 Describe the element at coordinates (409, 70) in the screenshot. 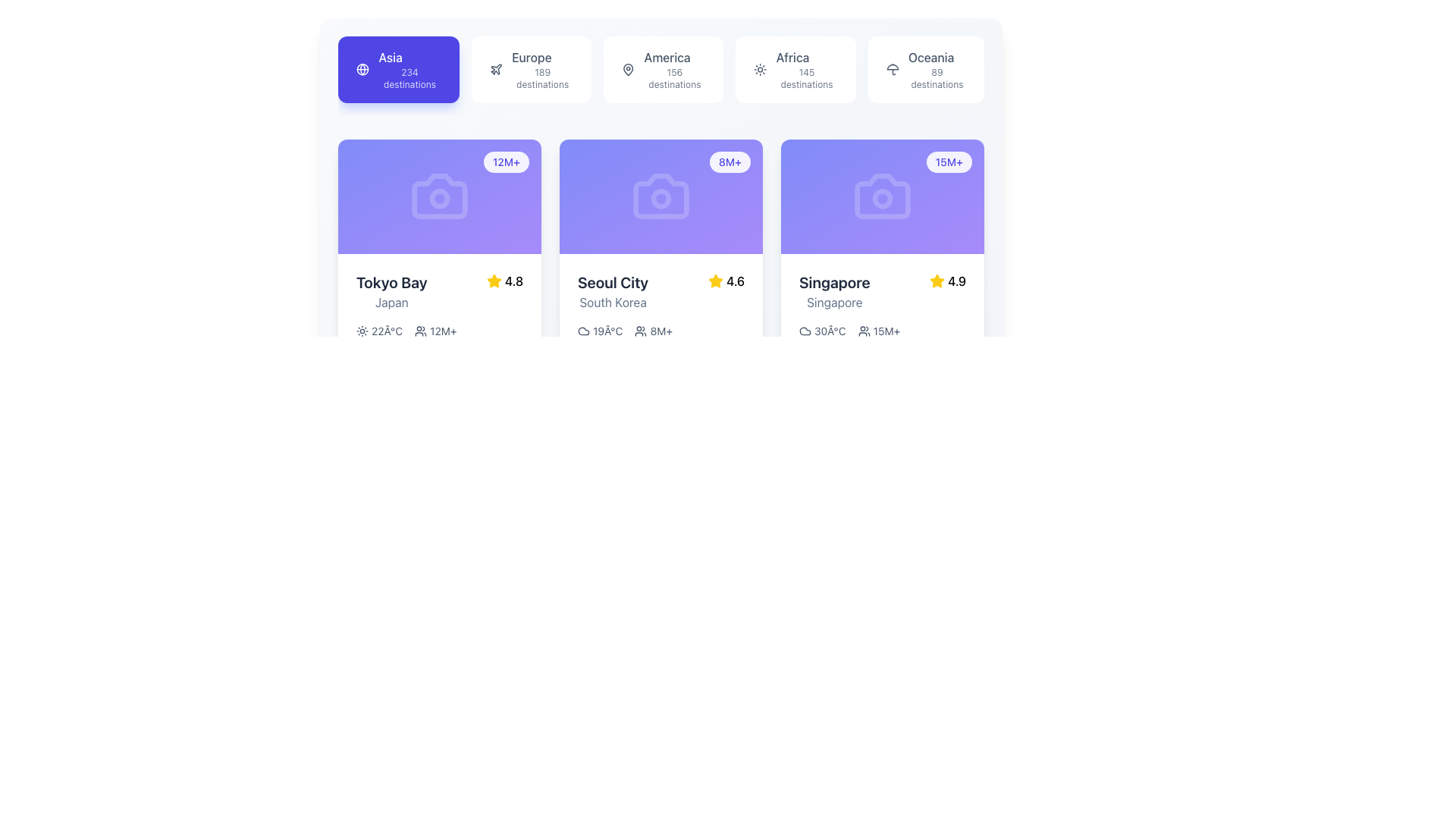

I see `the clickable panel for the 'Asia' category located at the far-left position of the horizontal list of continent panels` at that location.